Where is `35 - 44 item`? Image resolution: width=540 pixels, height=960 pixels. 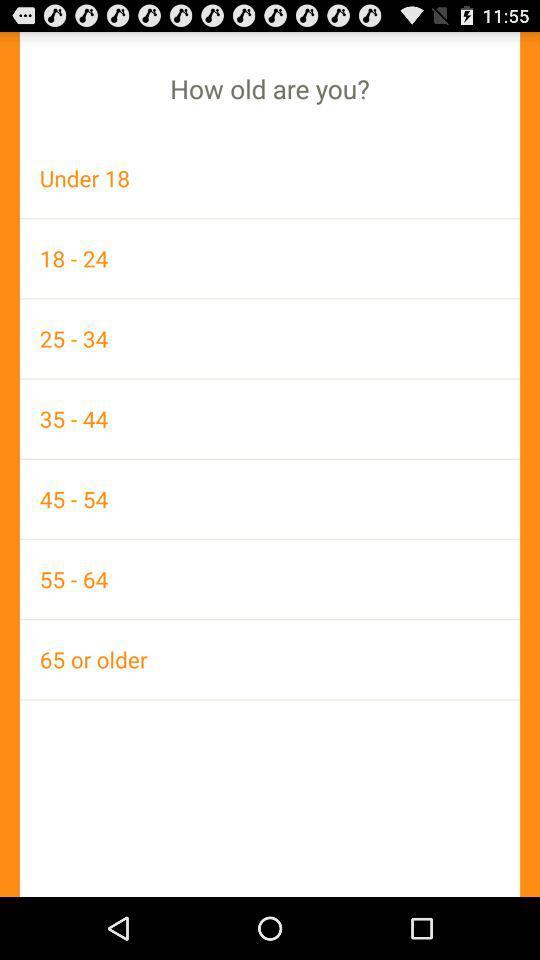
35 - 44 item is located at coordinates (270, 417).